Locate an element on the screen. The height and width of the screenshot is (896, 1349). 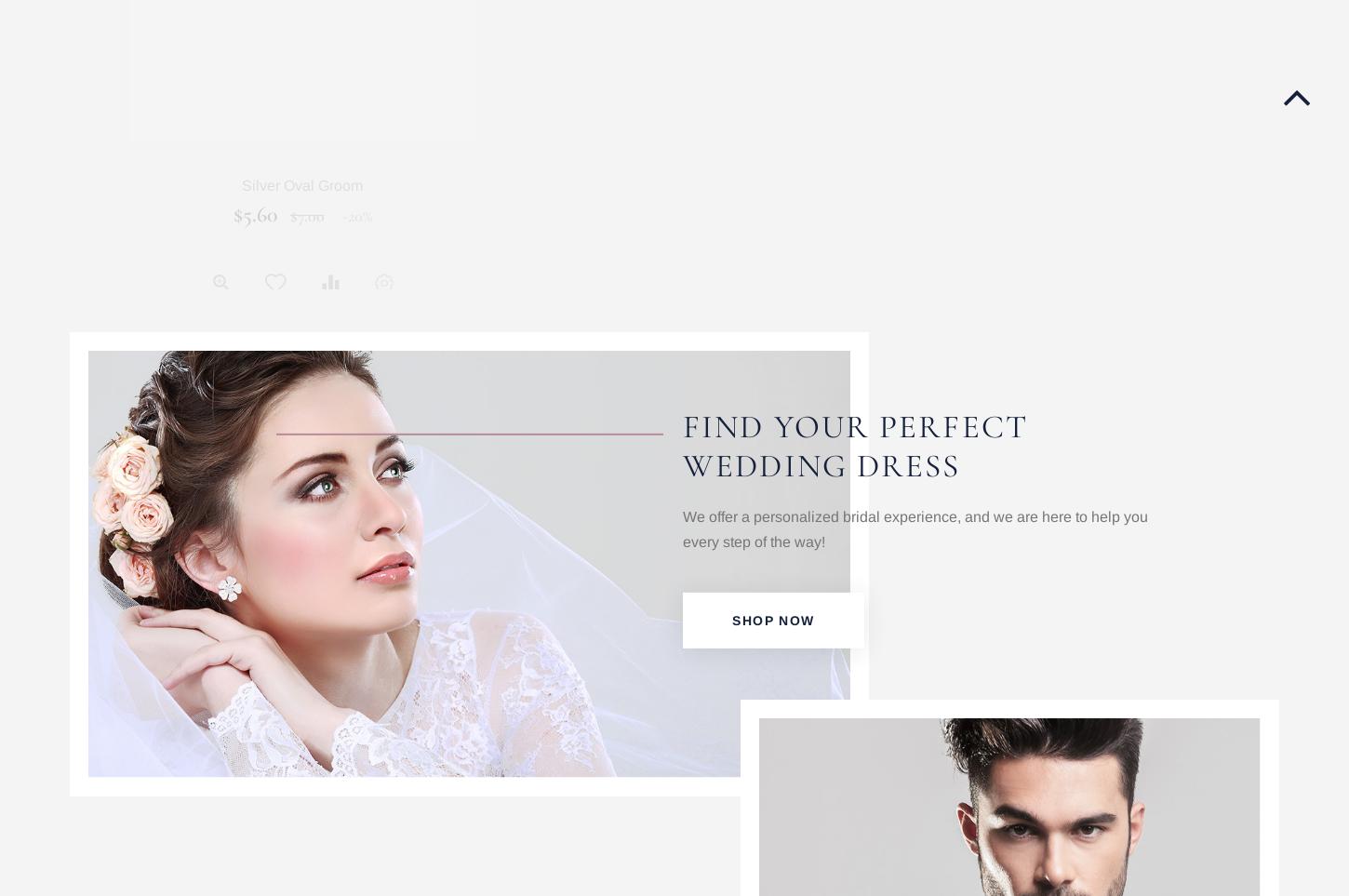
'$400.00' is located at coordinates (991, 213).